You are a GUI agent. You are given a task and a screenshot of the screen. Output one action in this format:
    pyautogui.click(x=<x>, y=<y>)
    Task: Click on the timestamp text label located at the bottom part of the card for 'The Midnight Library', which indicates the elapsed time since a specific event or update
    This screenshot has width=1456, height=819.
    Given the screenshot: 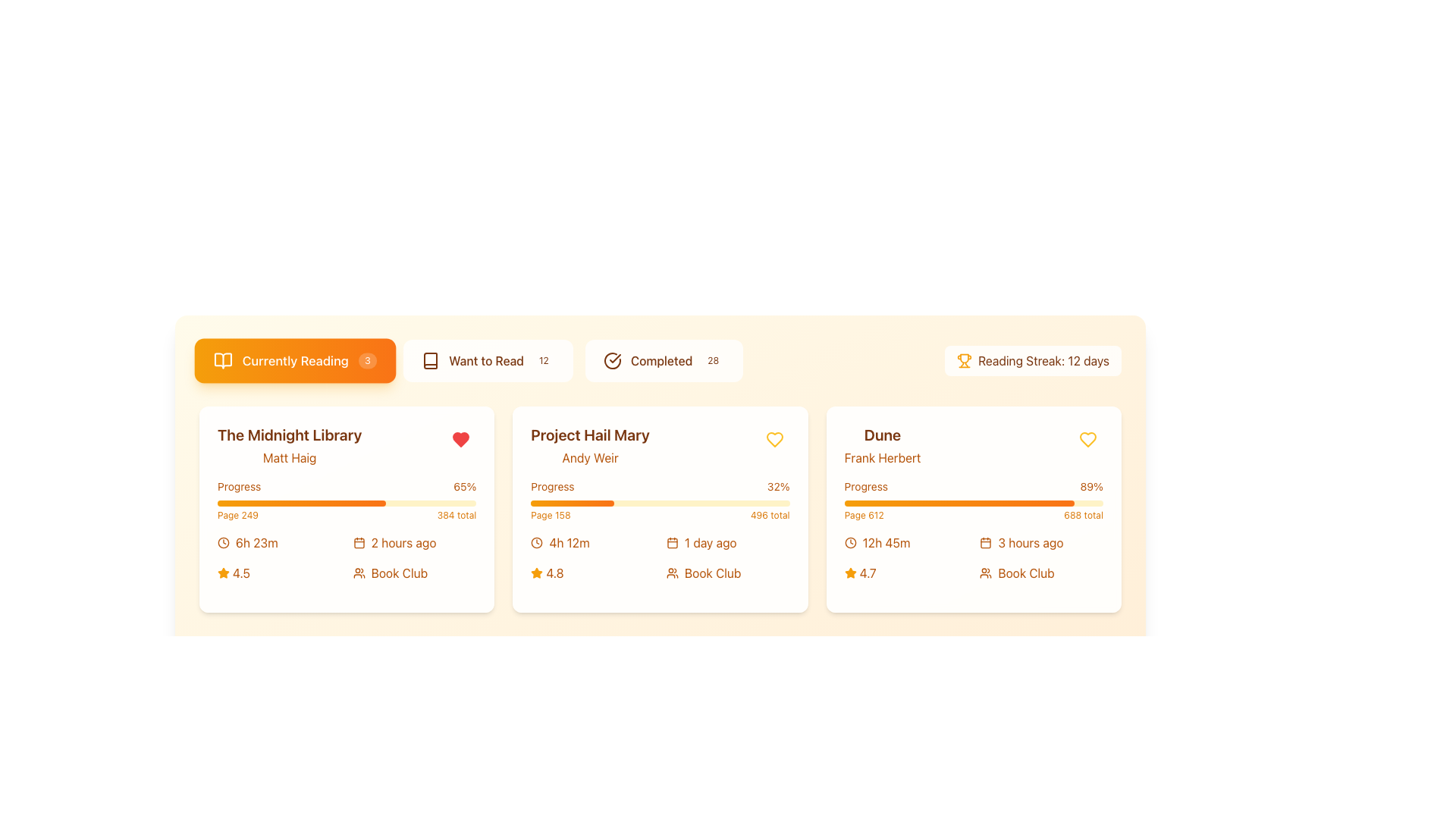 What is the action you would take?
    pyautogui.click(x=403, y=542)
    